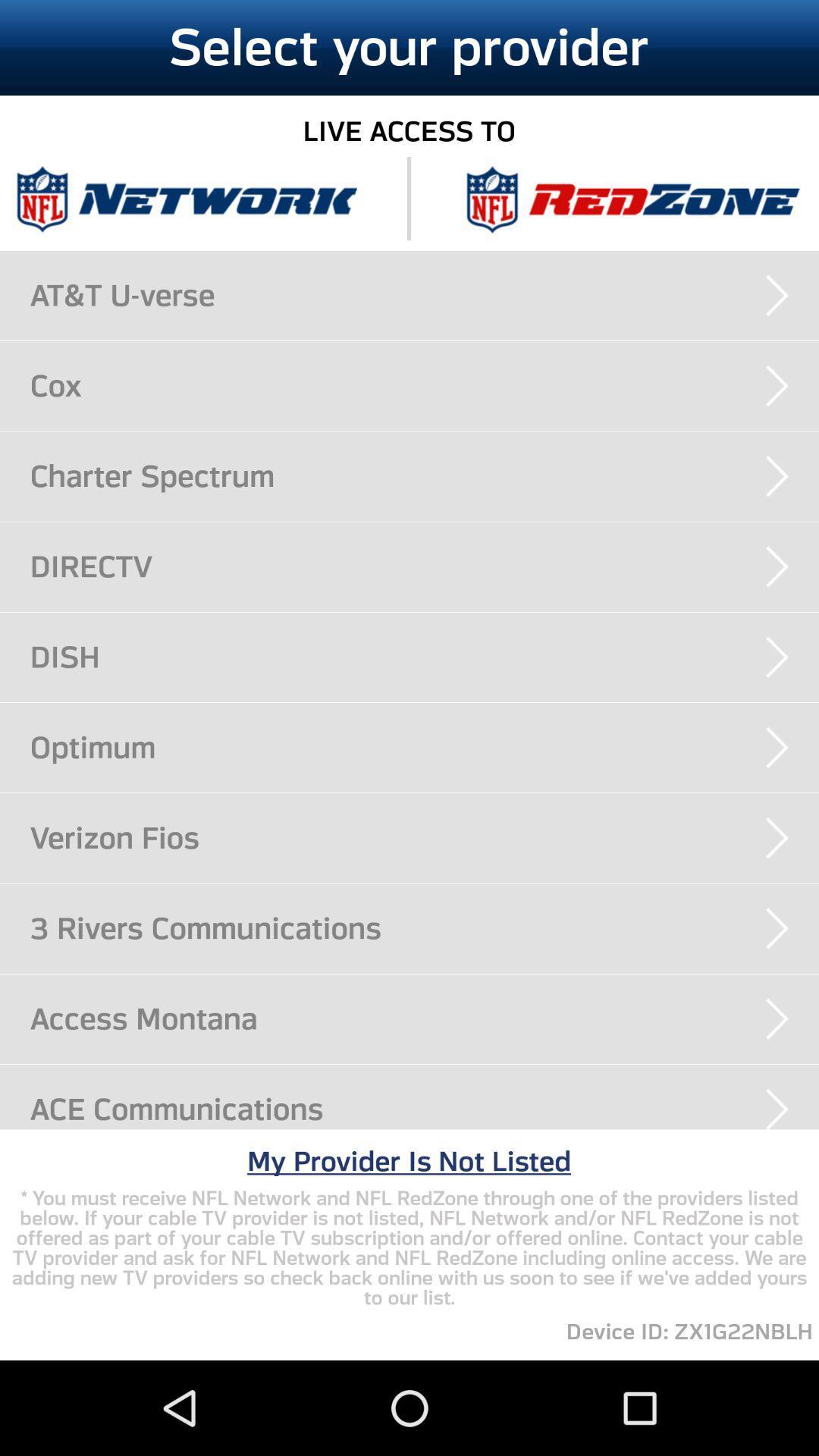 The image size is (819, 1456). What do you see at coordinates (424, 1018) in the screenshot?
I see `the access montana` at bounding box center [424, 1018].